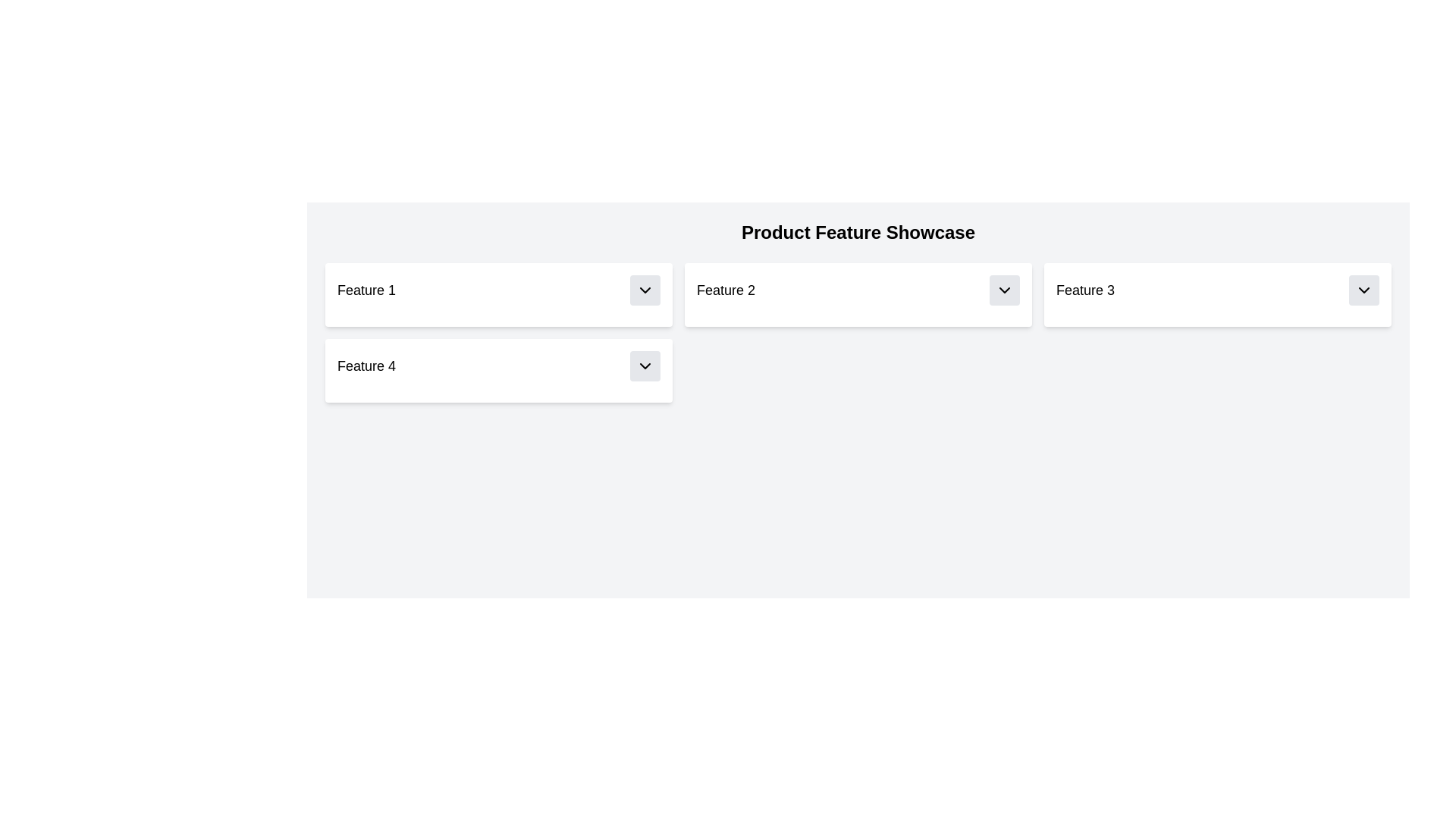 Image resolution: width=1456 pixels, height=819 pixels. What do you see at coordinates (1084, 290) in the screenshot?
I see `the 'Feature 3' text label located in the upper-right card of the grid-like arrangement of feature descriptions` at bounding box center [1084, 290].